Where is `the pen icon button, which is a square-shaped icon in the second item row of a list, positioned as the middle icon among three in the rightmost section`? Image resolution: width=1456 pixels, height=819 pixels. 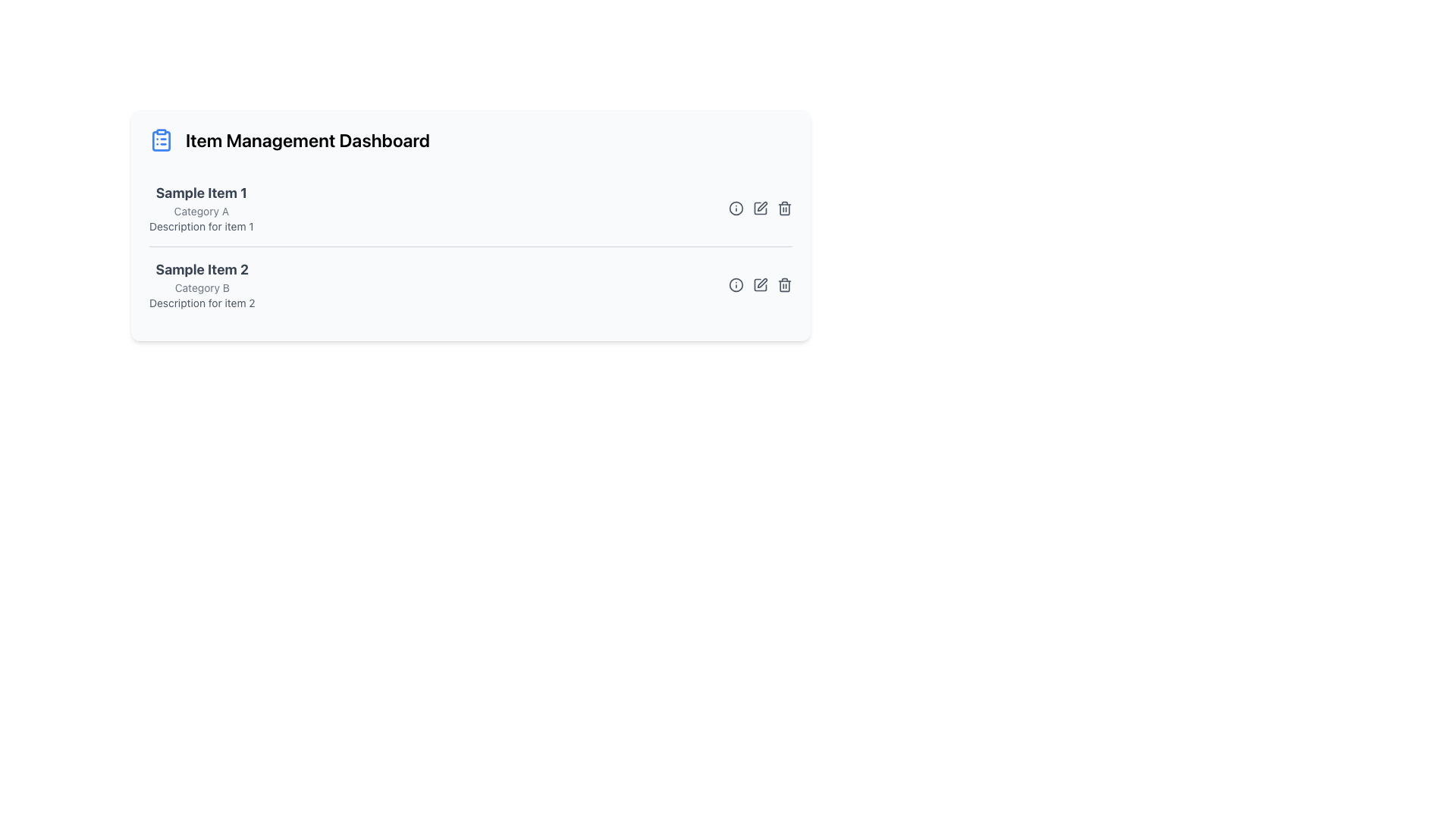 the pen icon button, which is a square-shaped icon in the second item row of a list, positioned as the middle icon among three in the rightmost section is located at coordinates (761, 284).